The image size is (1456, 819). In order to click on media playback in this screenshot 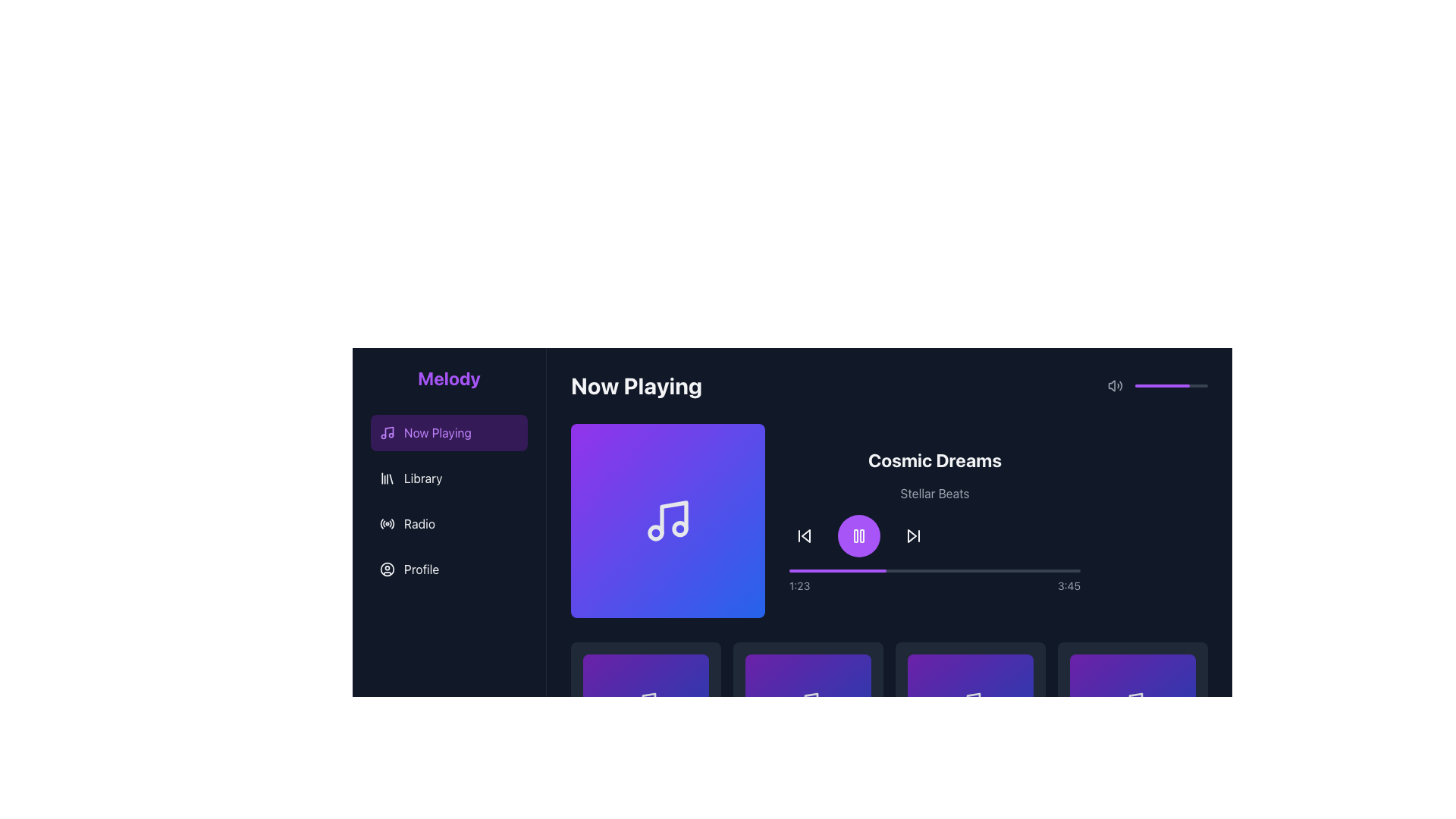, I will do `click(965, 570)`.